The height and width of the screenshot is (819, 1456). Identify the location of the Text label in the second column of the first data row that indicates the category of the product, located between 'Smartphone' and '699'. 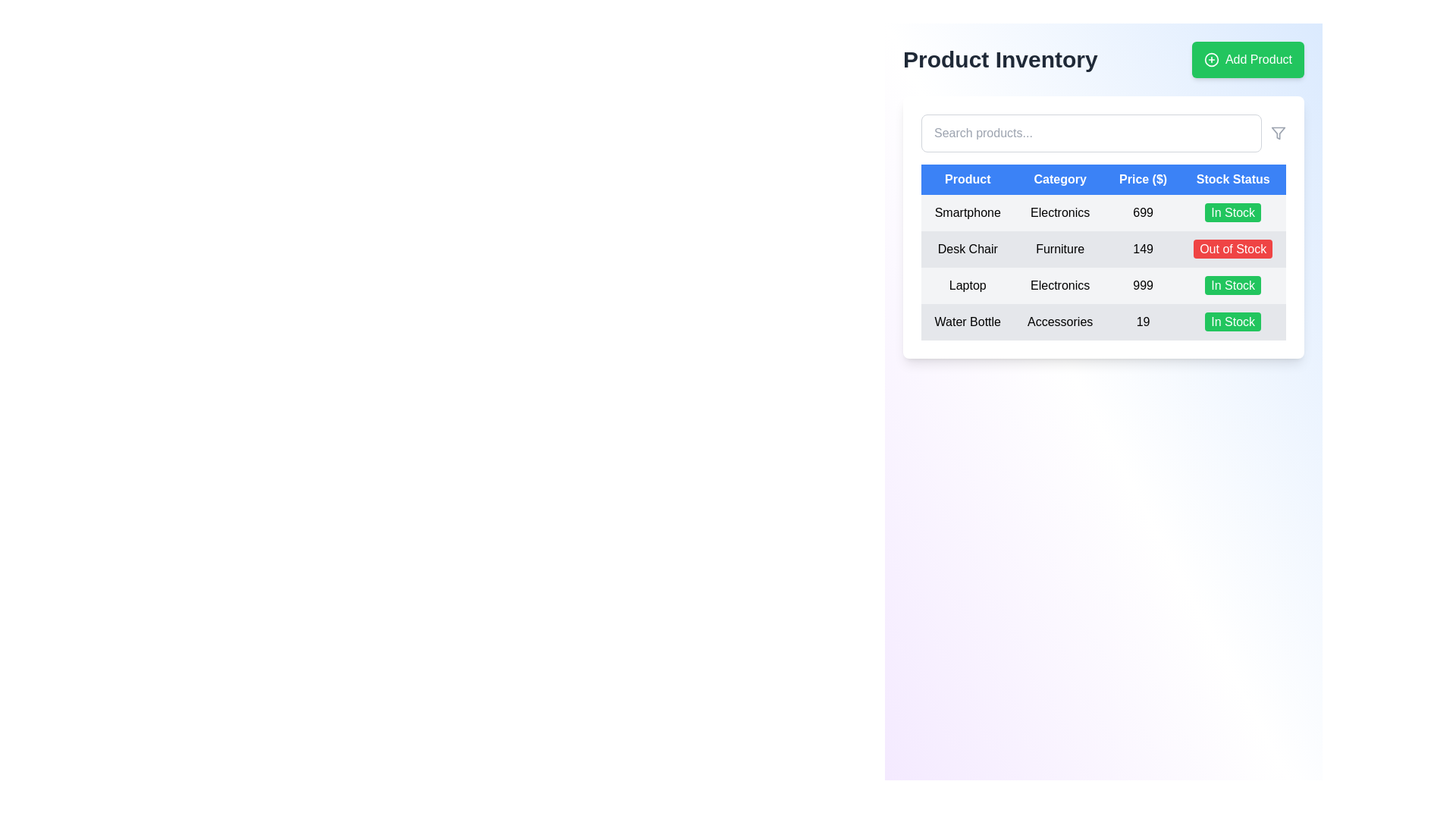
(1059, 213).